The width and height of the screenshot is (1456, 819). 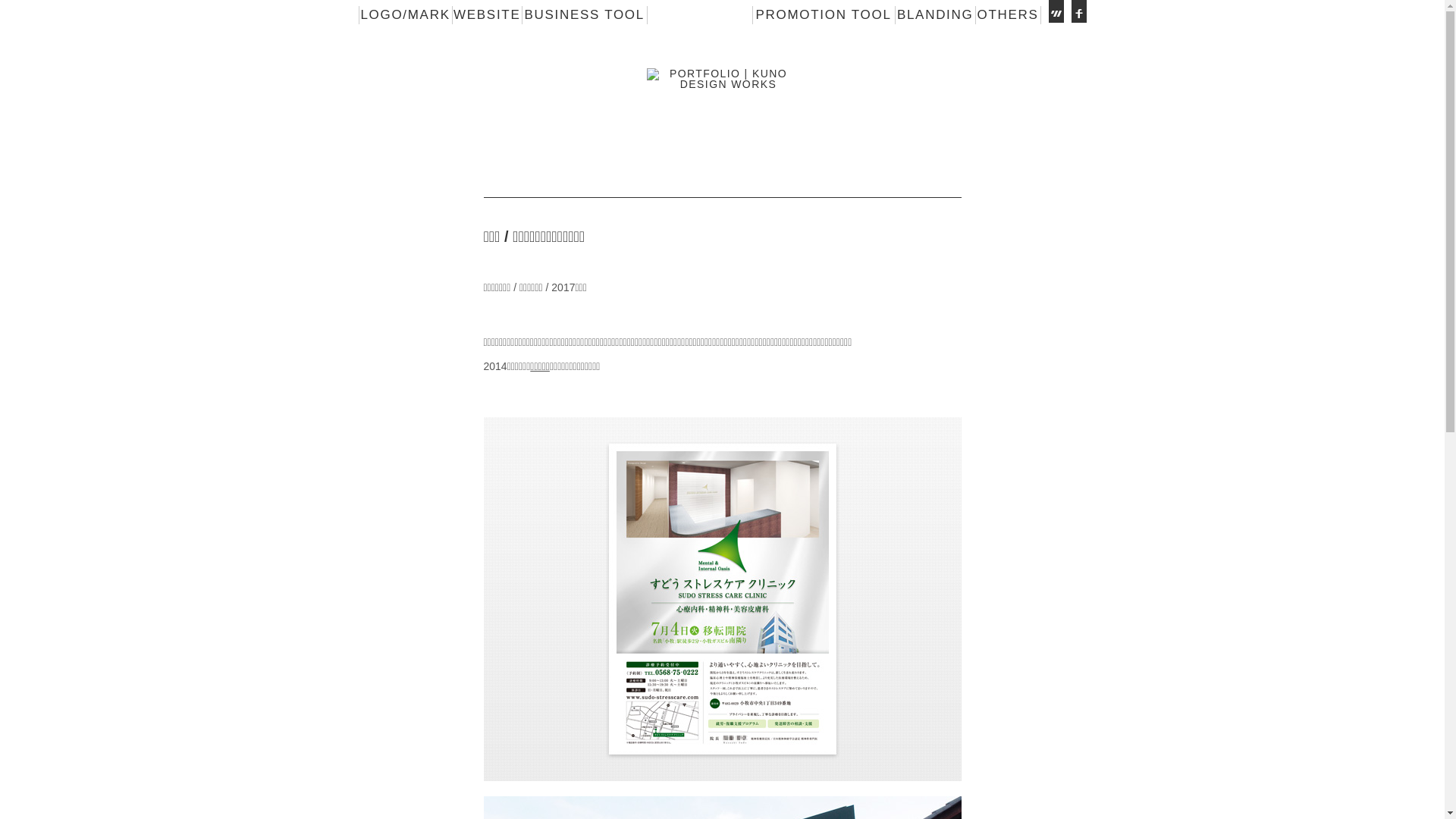 What do you see at coordinates (822, 14) in the screenshot?
I see `'PROMOTION TOOL'` at bounding box center [822, 14].